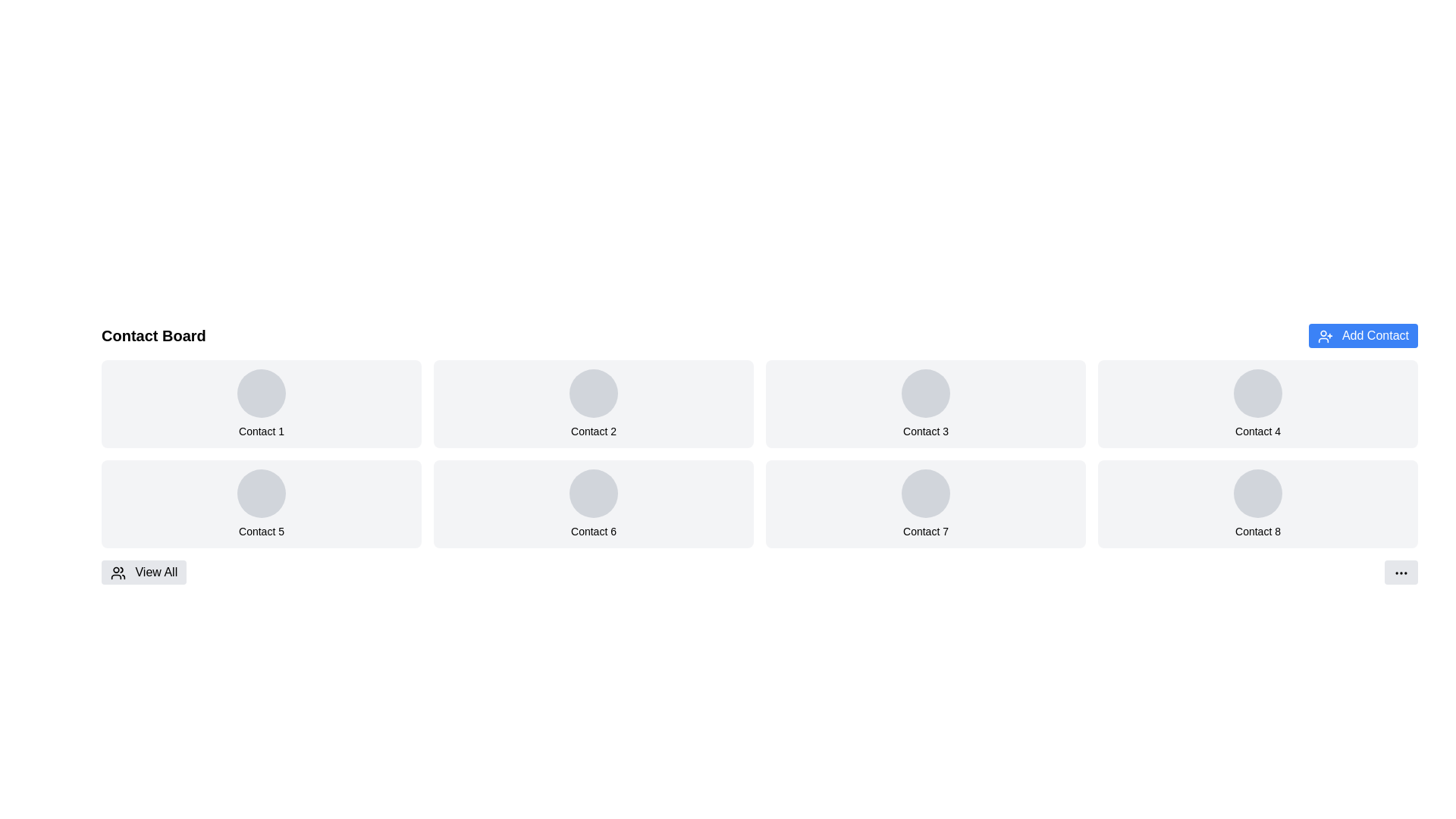 Image resolution: width=1456 pixels, height=819 pixels. What do you see at coordinates (262, 431) in the screenshot?
I see `label of the contact text element located in the first card of the top row within the 'Contact Board' section` at bounding box center [262, 431].